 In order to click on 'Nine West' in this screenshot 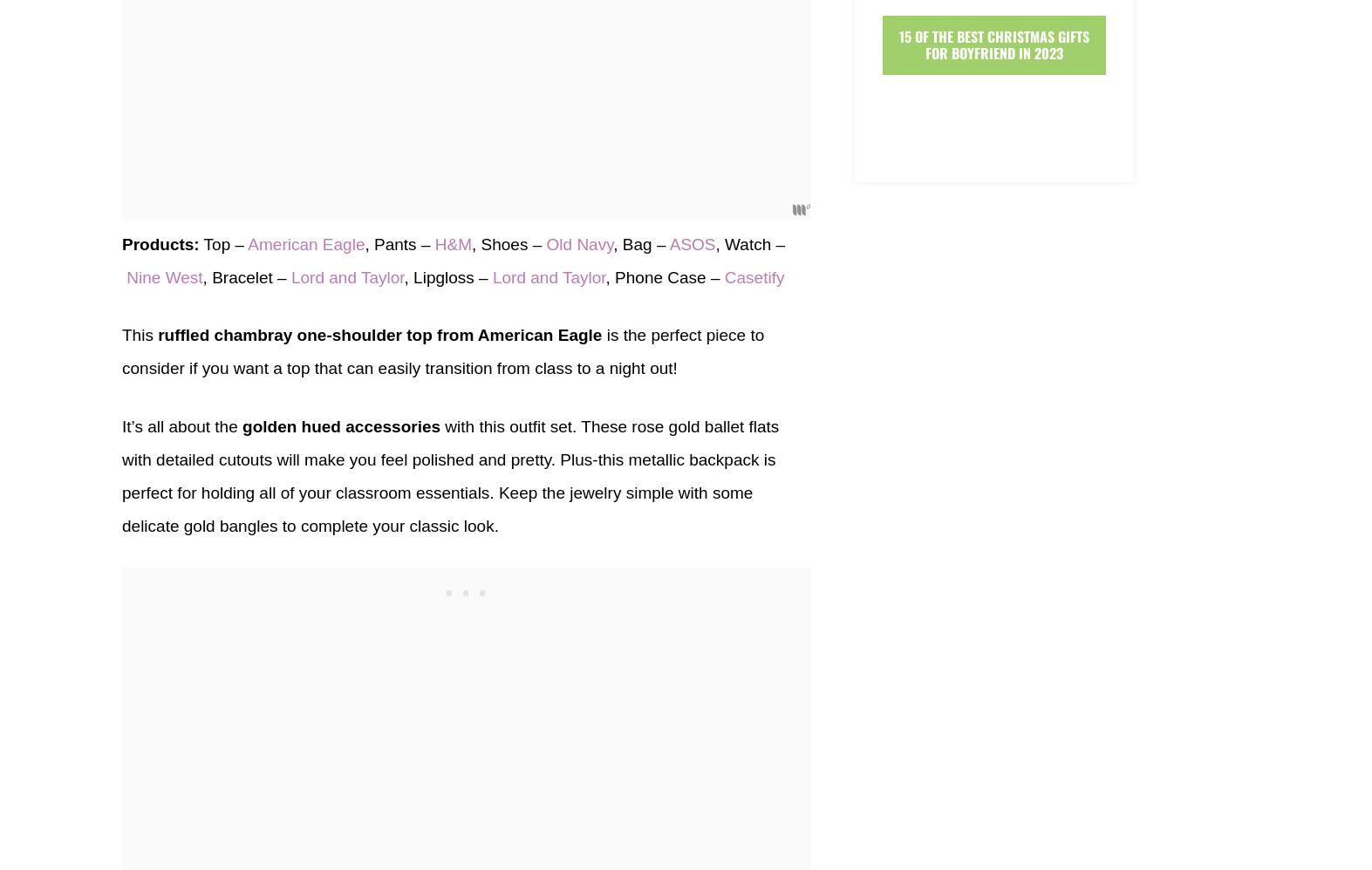, I will do `click(164, 276)`.